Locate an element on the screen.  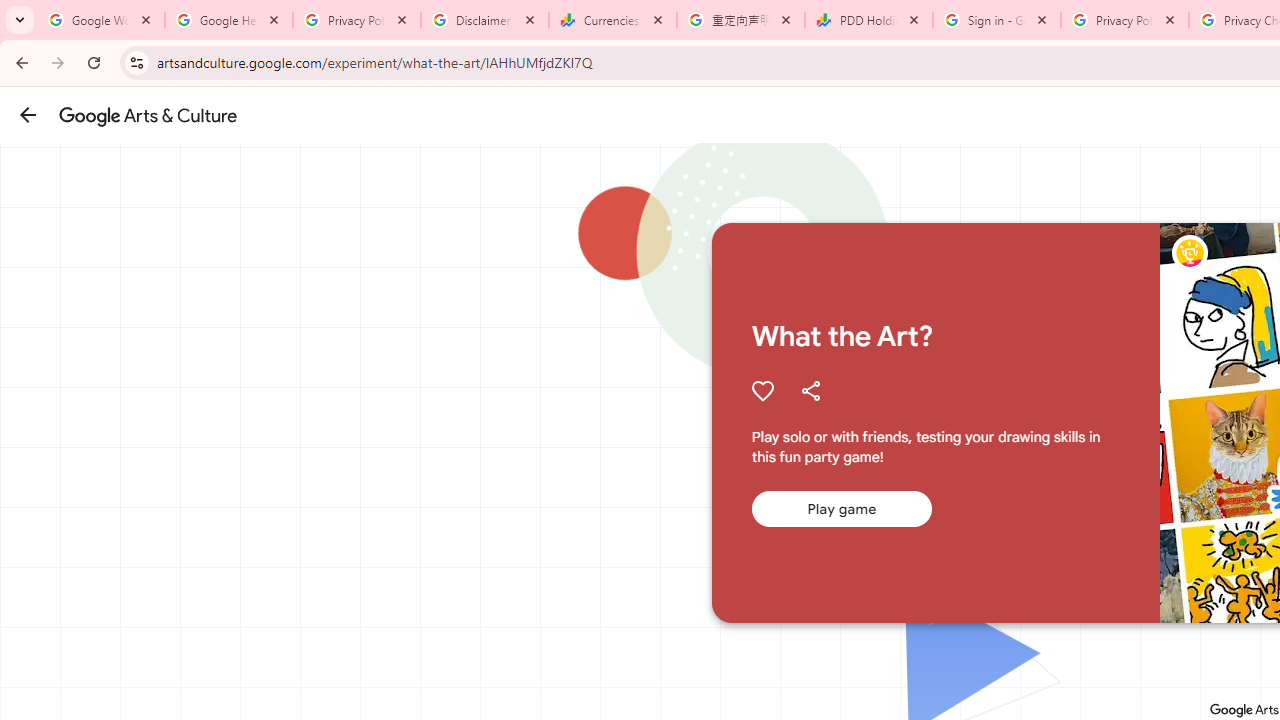
'Share "What the Art?"' is located at coordinates (810, 390).